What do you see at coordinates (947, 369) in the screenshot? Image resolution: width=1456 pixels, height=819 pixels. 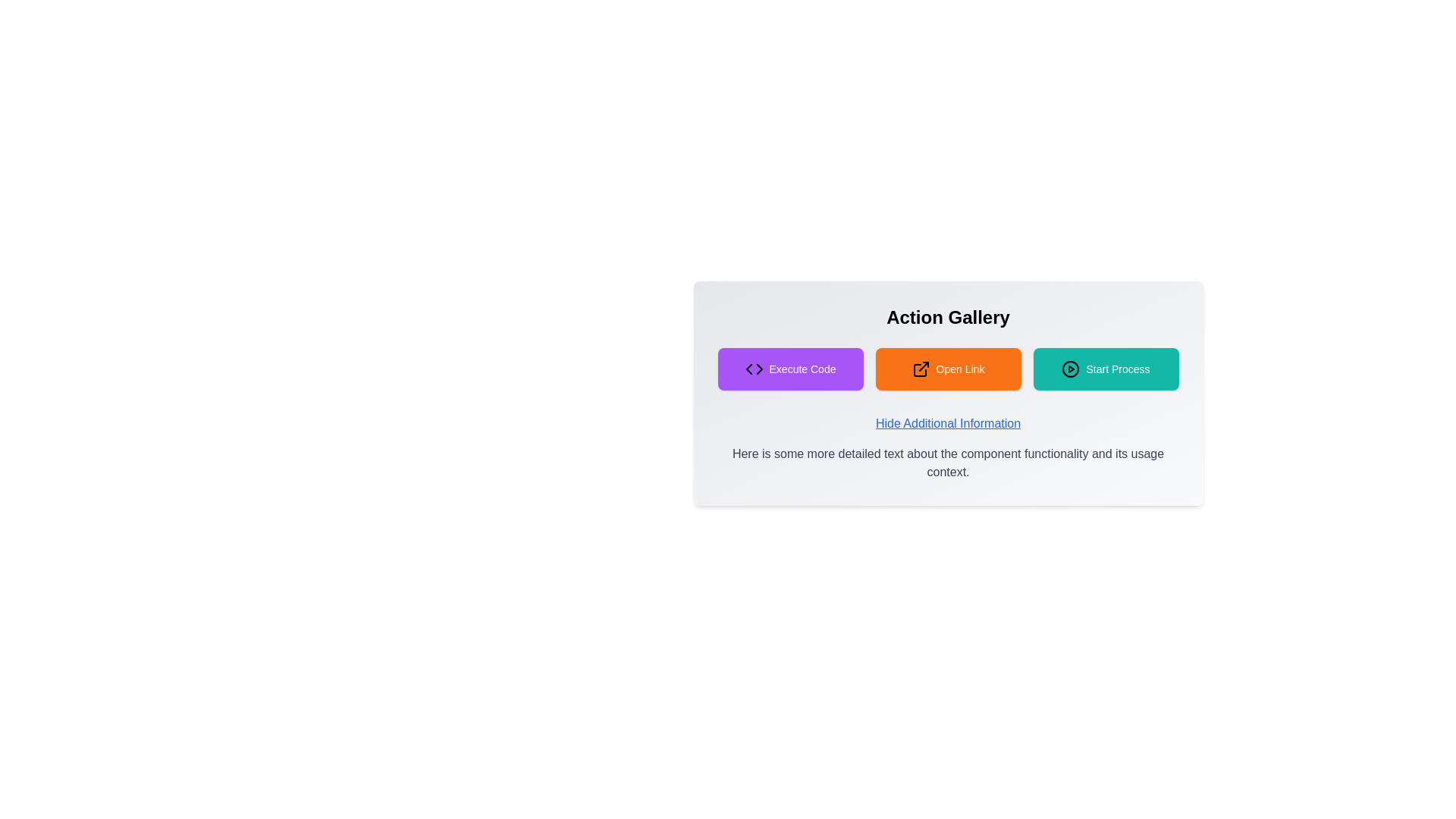 I see `the orange rounded rectangular button labeled 'Open Link' to observe the visual change` at bounding box center [947, 369].